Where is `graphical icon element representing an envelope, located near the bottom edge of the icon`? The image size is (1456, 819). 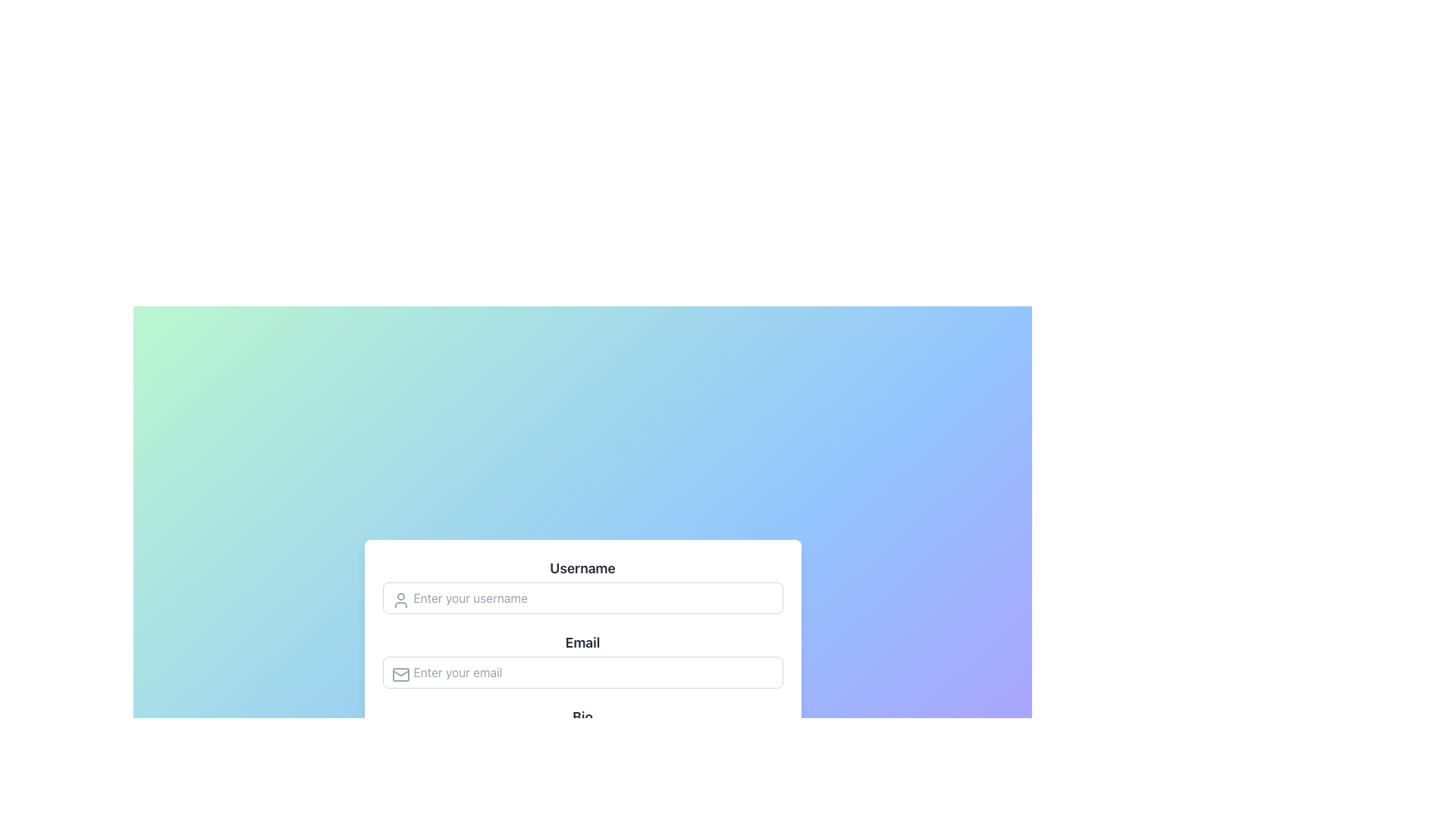 graphical icon element representing an envelope, located near the bottom edge of the icon is located at coordinates (400, 672).